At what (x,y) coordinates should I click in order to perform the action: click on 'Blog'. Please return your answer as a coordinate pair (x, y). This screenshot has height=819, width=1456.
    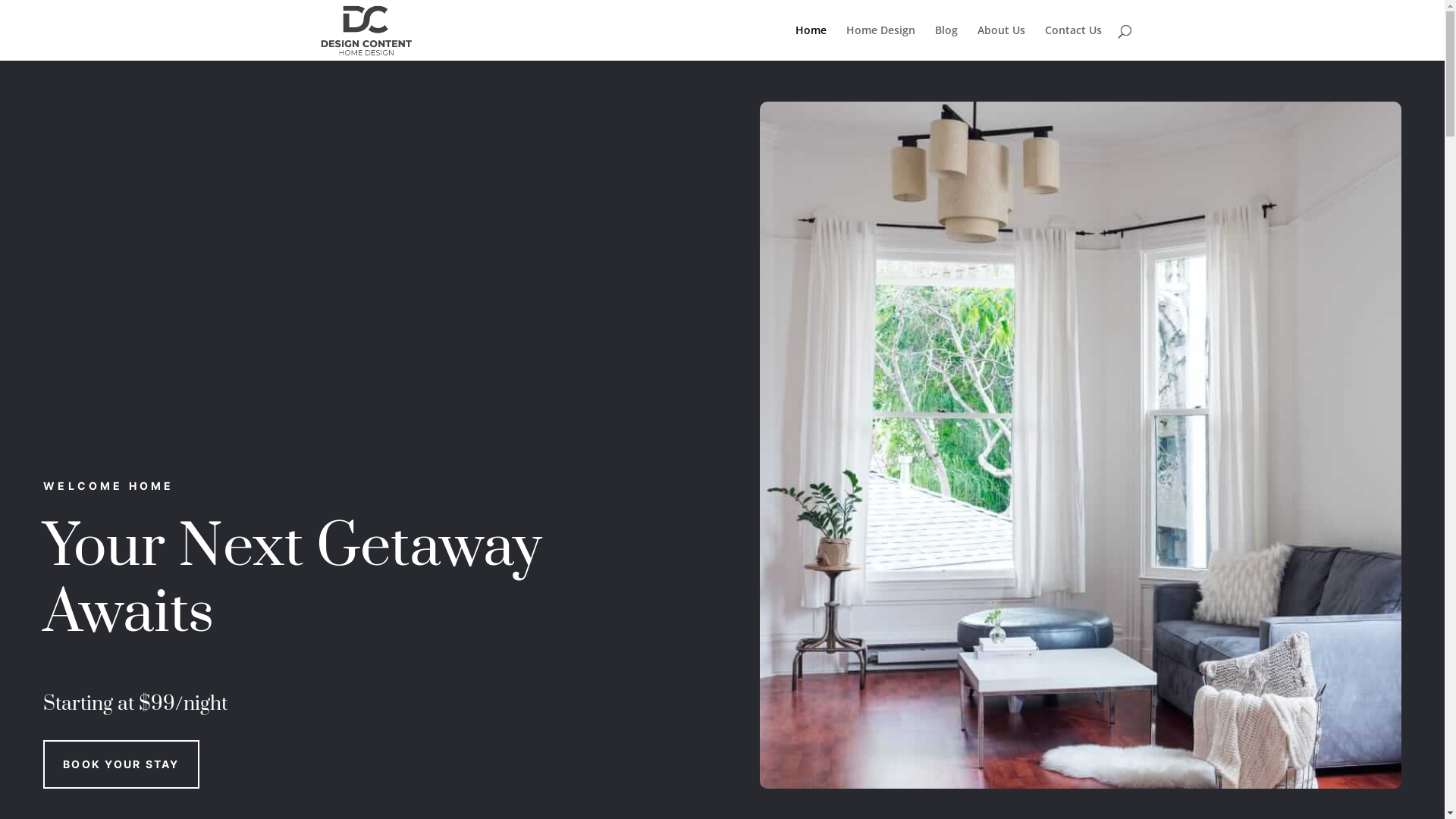
    Looking at the image, I should click on (945, 42).